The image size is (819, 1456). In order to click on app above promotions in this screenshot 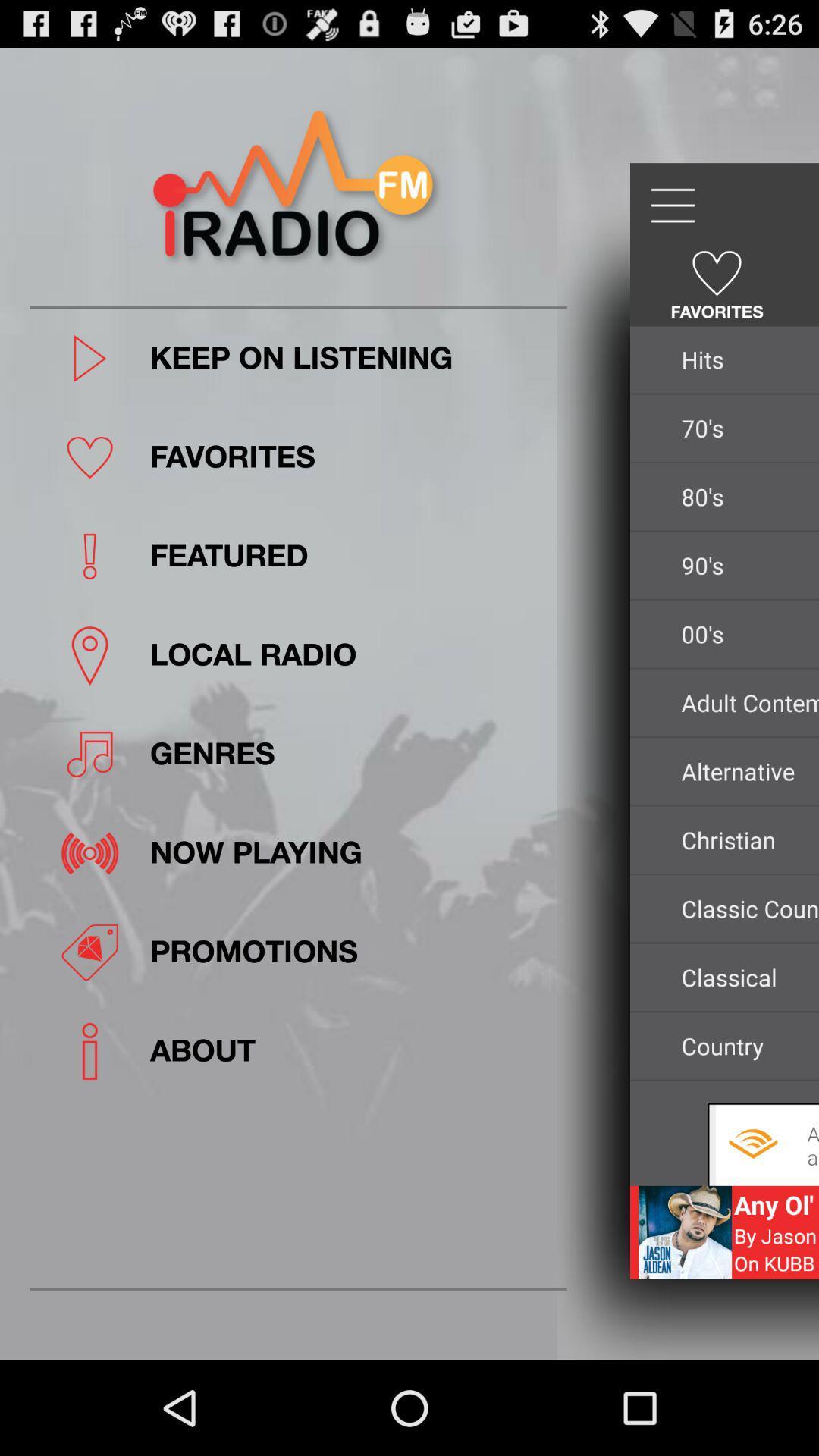, I will do `click(353, 853)`.